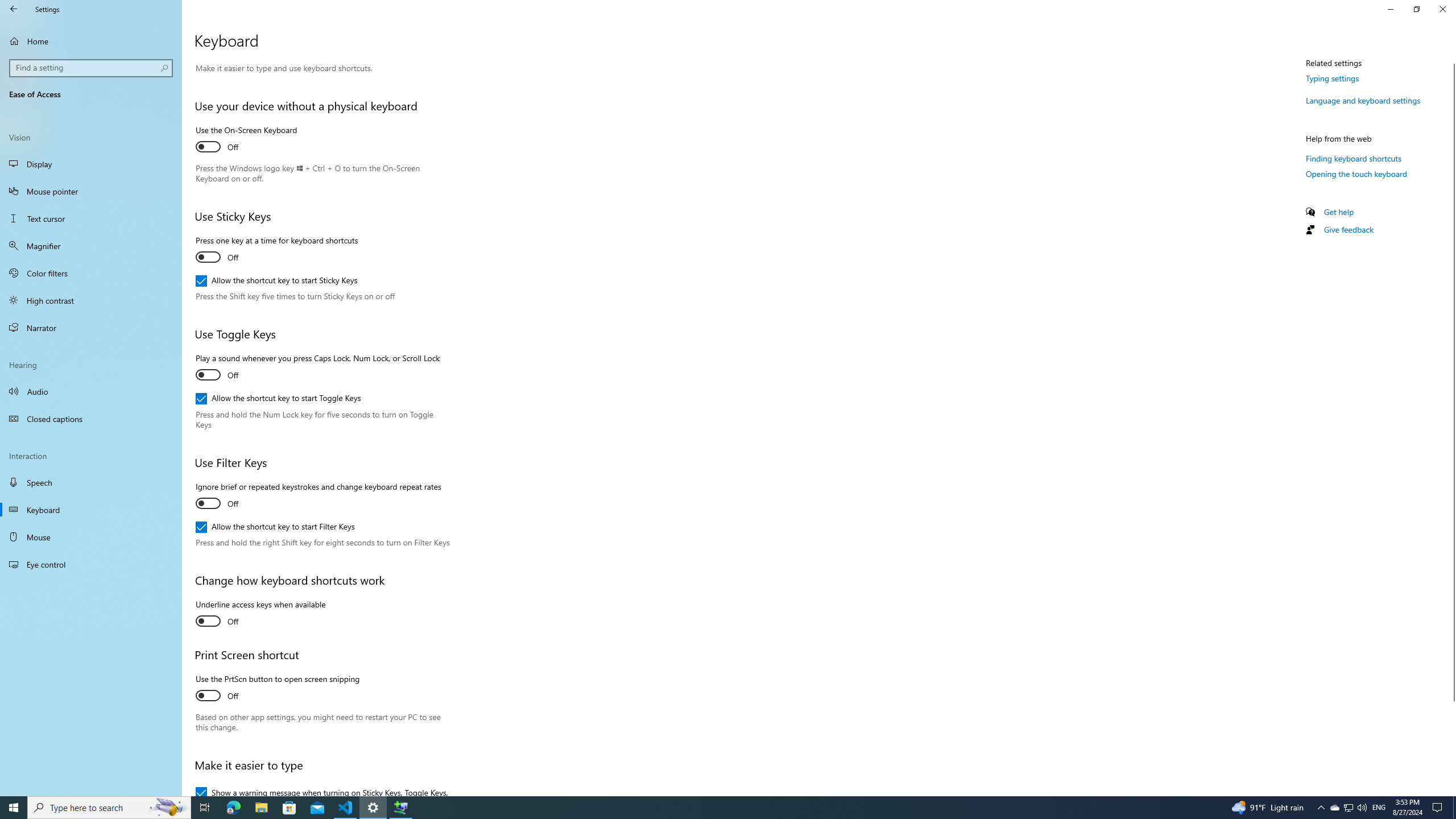  Describe the element at coordinates (90, 390) in the screenshot. I see `'Audio'` at that location.